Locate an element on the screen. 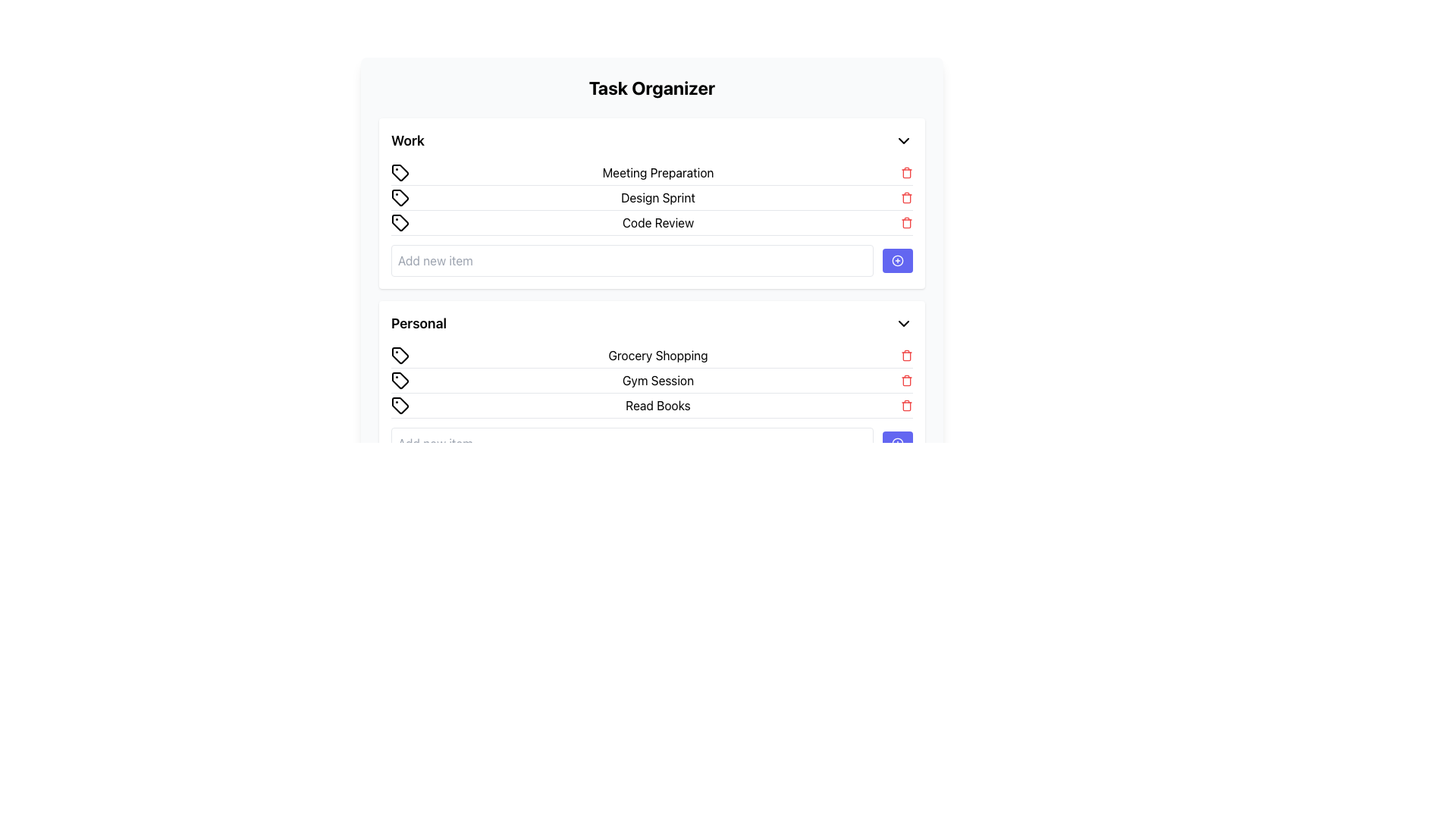 This screenshot has width=1456, height=819. the rectangular purple button with white text, located to the right of the 'Add new item' input box in the 'Work' task section is located at coordinates (898, 259).